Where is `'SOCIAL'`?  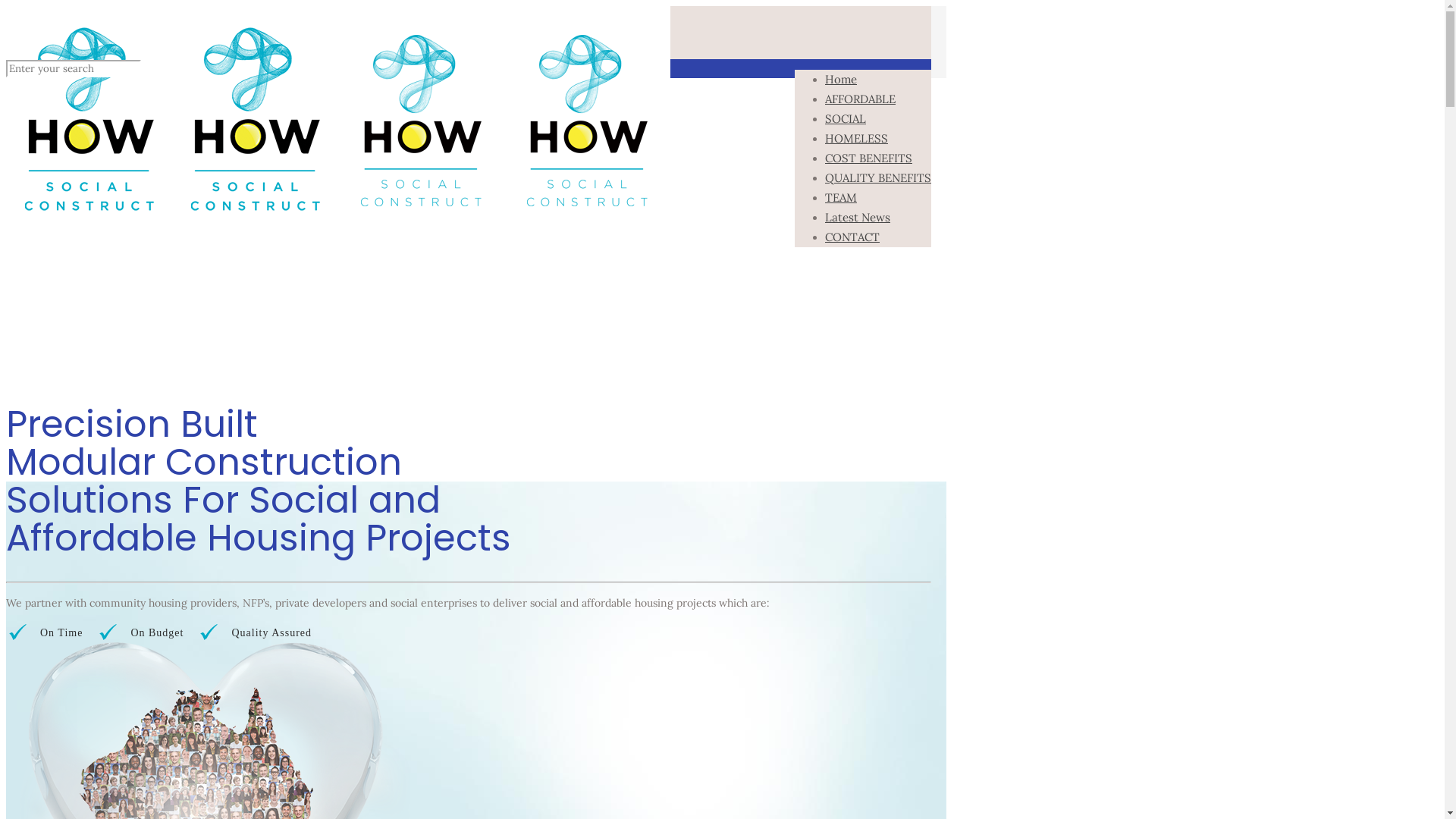
'SOCIAL' is located at coordinates (844, 118).